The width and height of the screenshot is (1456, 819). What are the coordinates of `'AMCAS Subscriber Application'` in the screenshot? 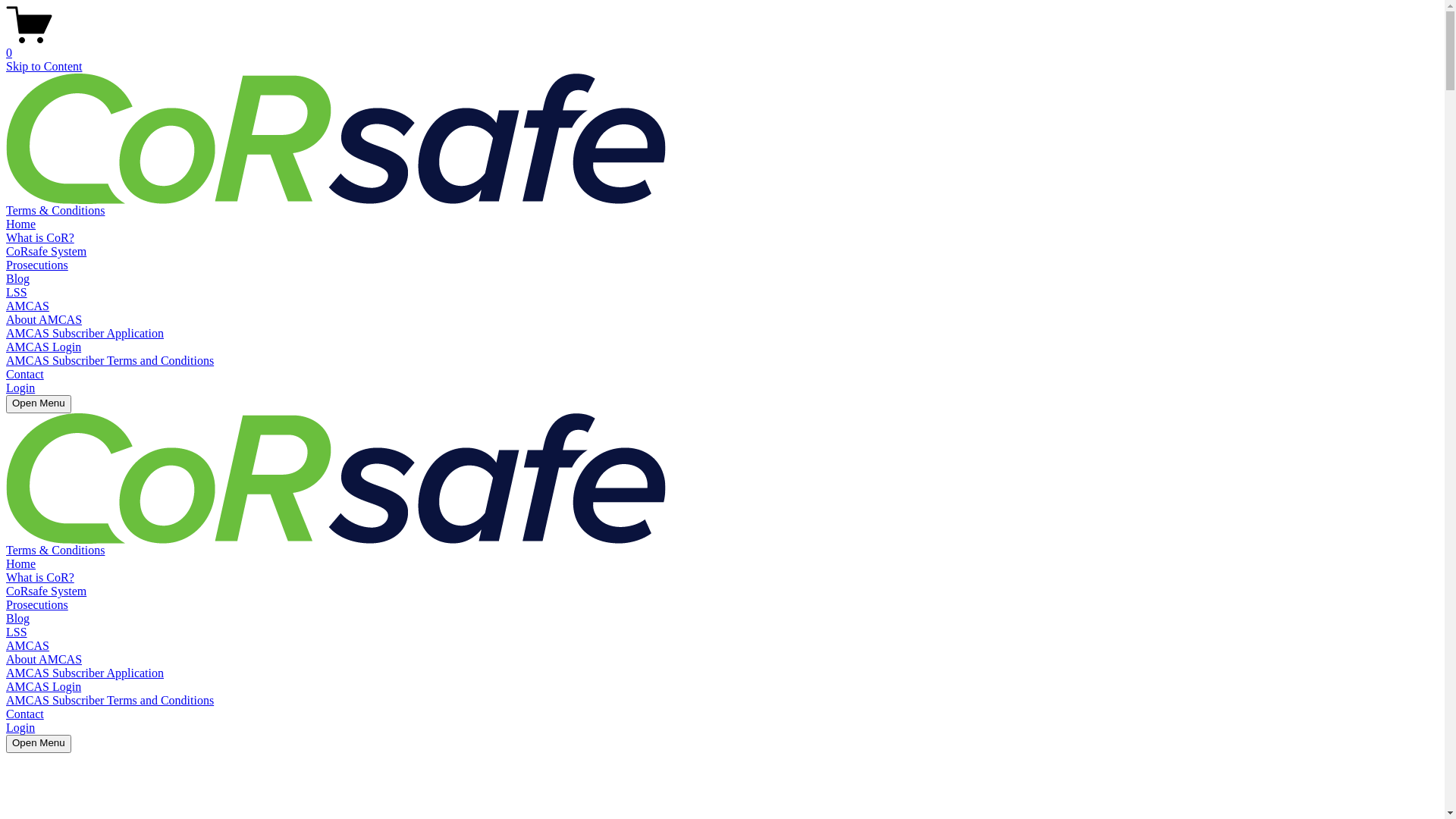 It's located at (83, 672).